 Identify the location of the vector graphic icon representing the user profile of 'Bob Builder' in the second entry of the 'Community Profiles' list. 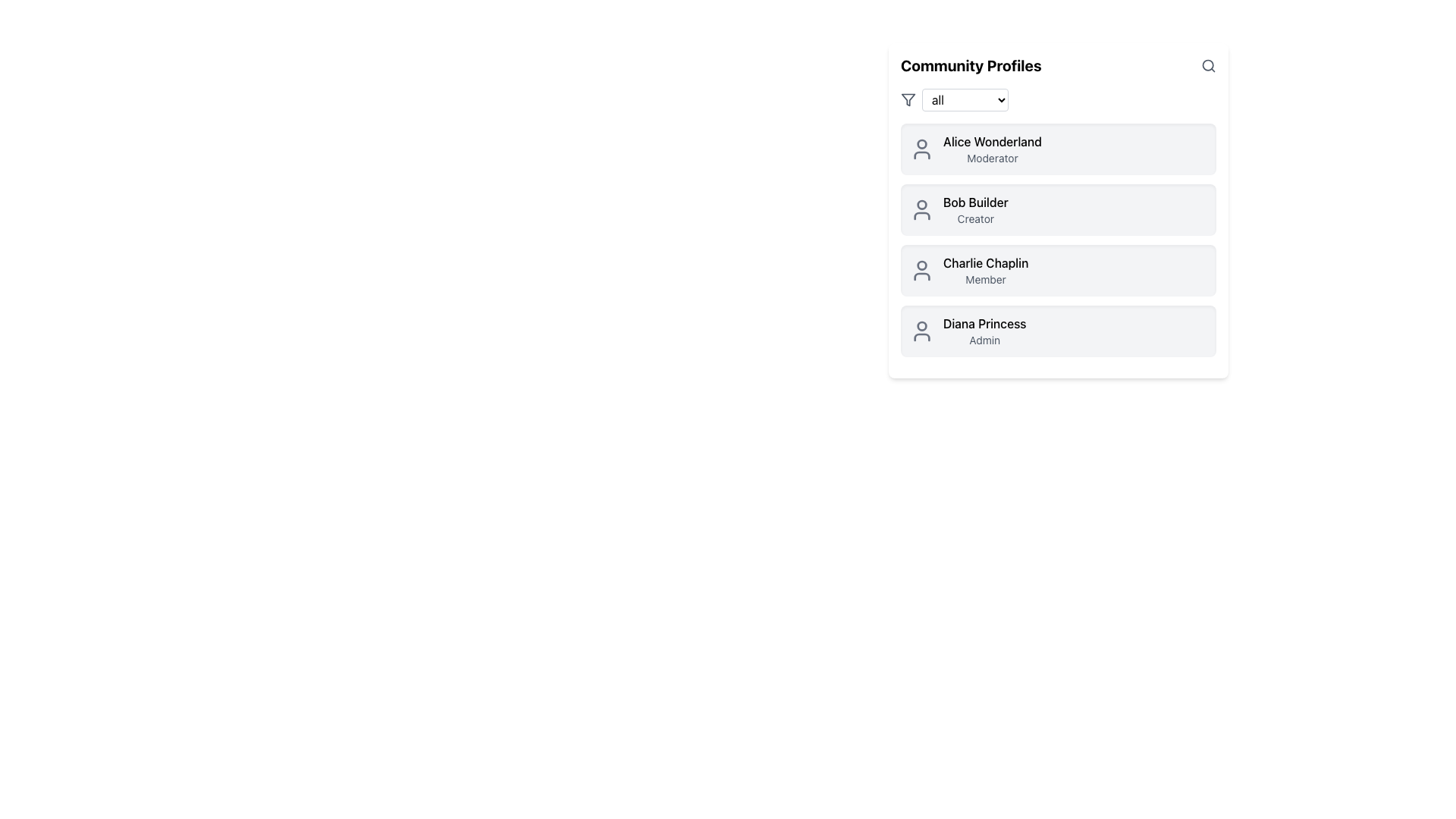
(921, 210).